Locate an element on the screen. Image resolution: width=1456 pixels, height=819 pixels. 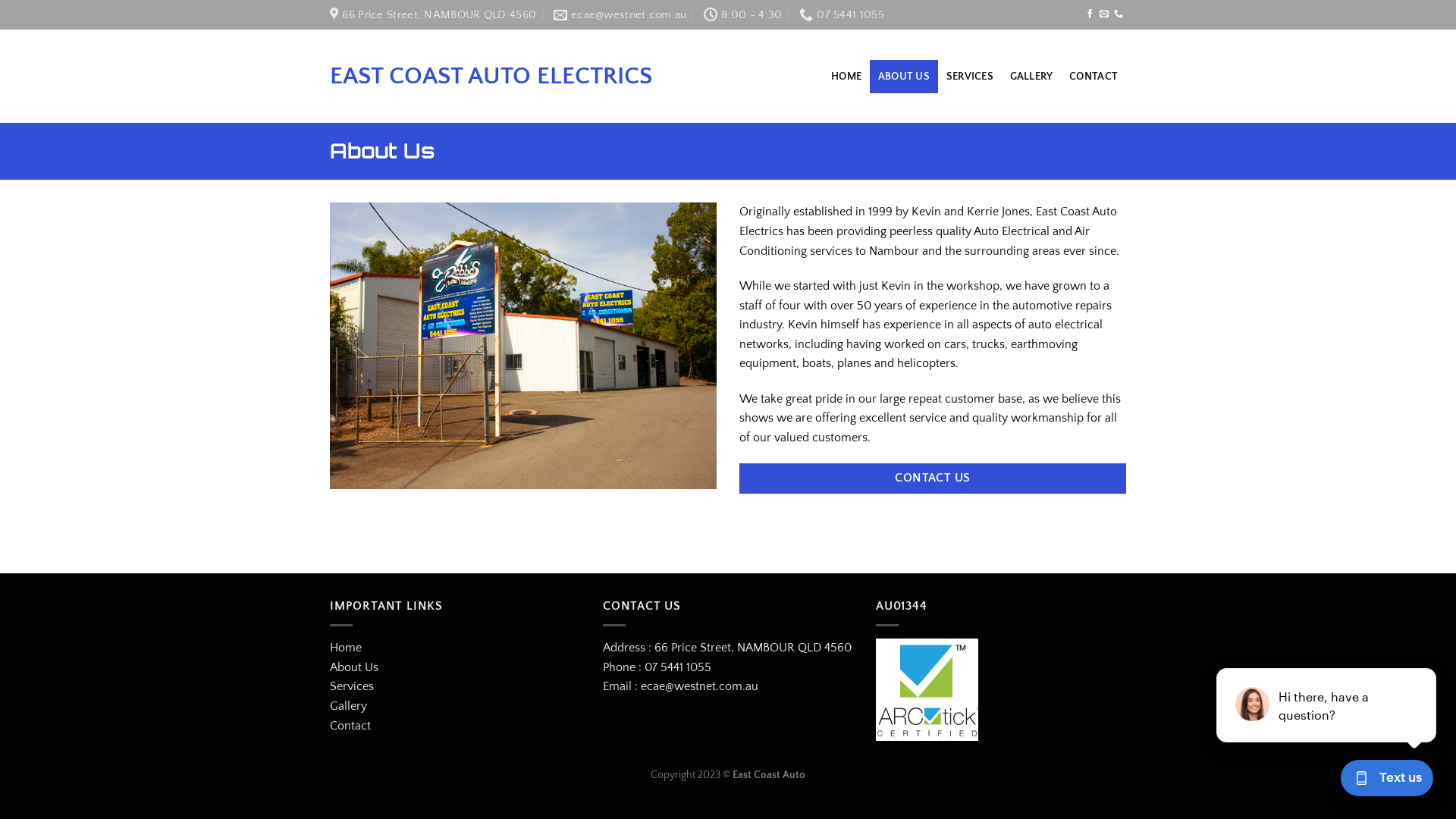
'Home' is located at coordinates (345, 648).